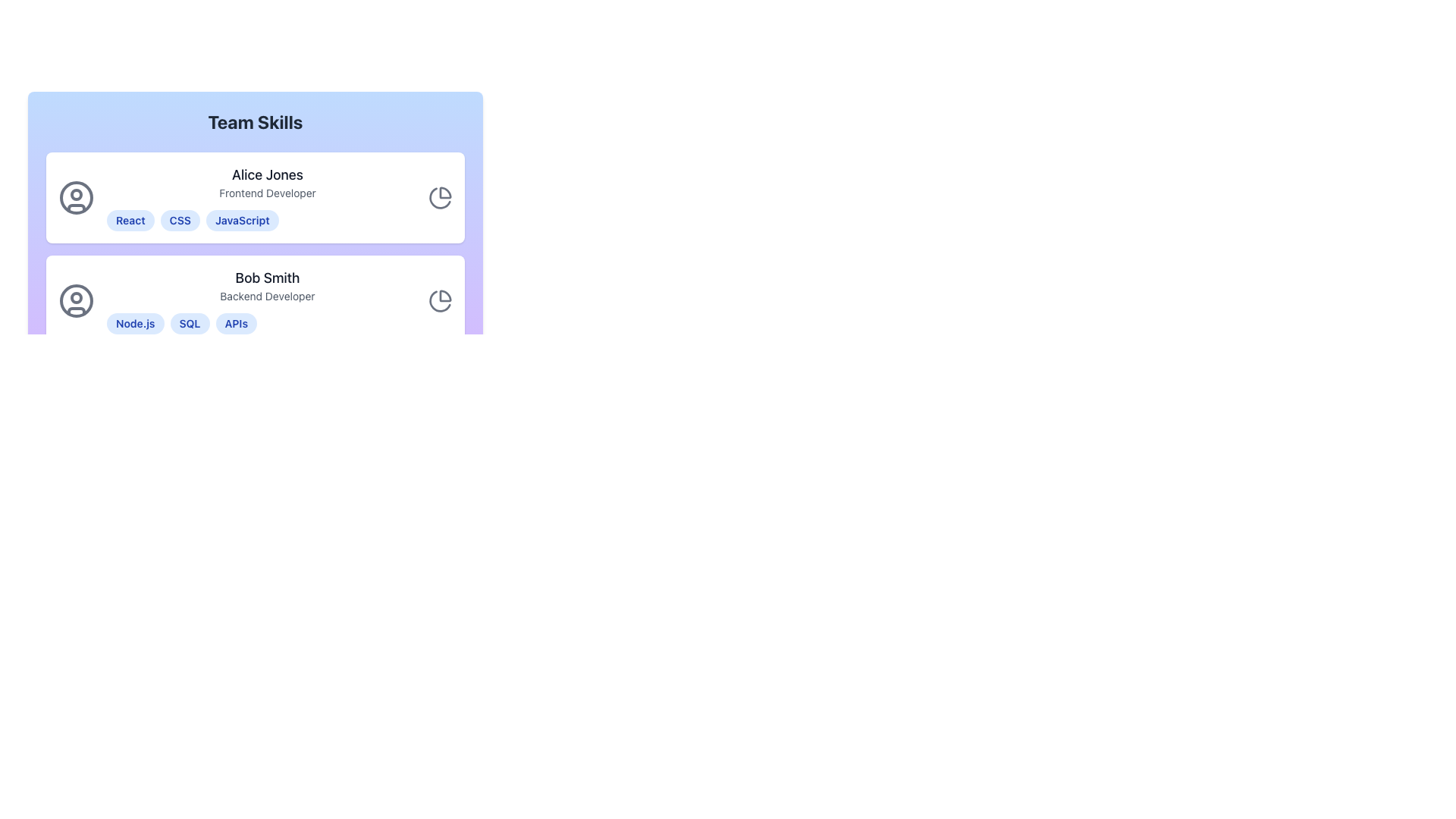 The height and width of the screenshot is (819, 1456). Describe the element at coordinates (439, 197) in the screenshot. I see `the gray pie chart-like outlined icon located at the top-right corner of the card for Alice Jones to interact with associated analytics` at that location.